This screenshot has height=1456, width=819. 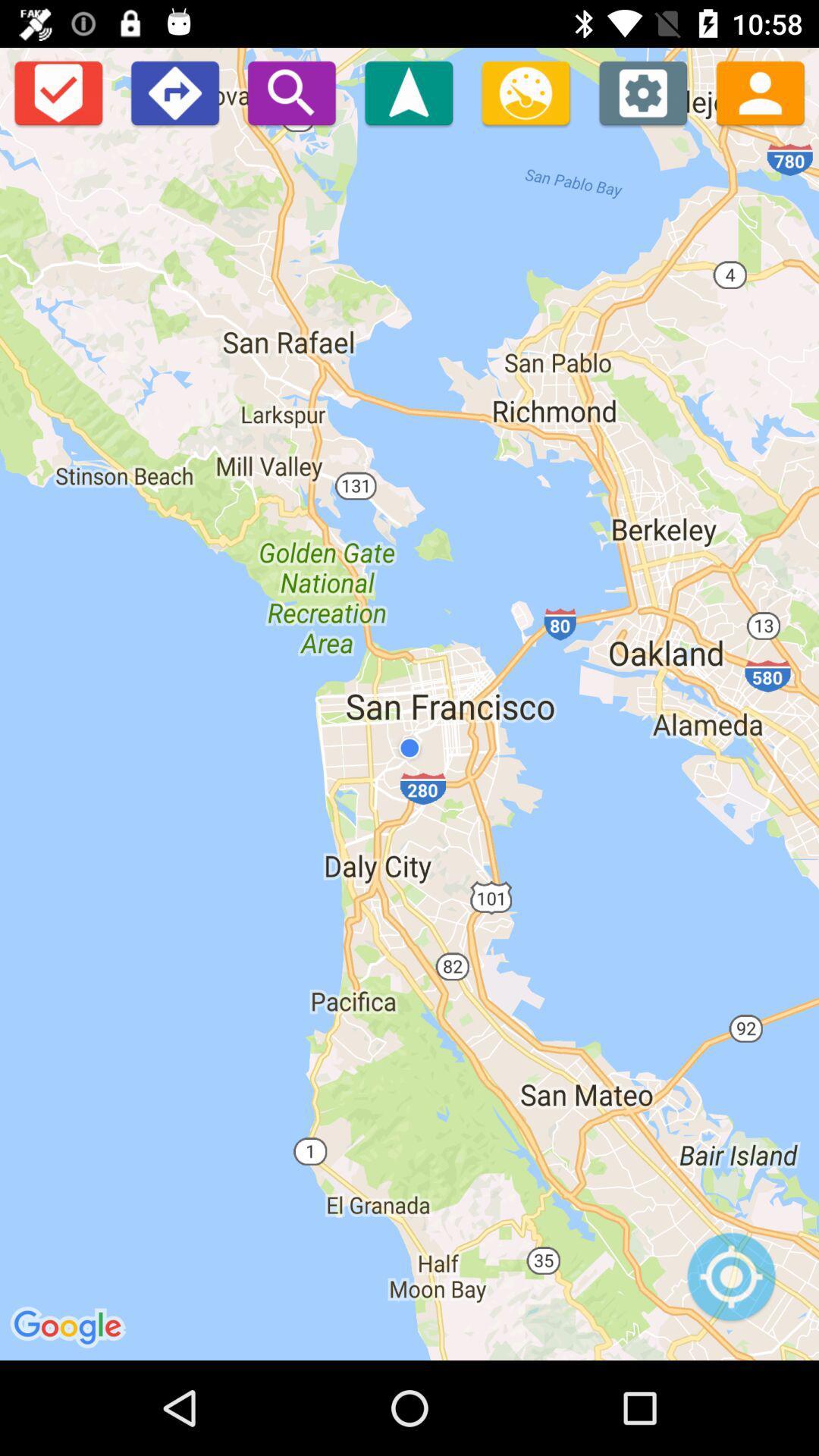 I want to click on focus on your location, so click(x=730, y=1284).